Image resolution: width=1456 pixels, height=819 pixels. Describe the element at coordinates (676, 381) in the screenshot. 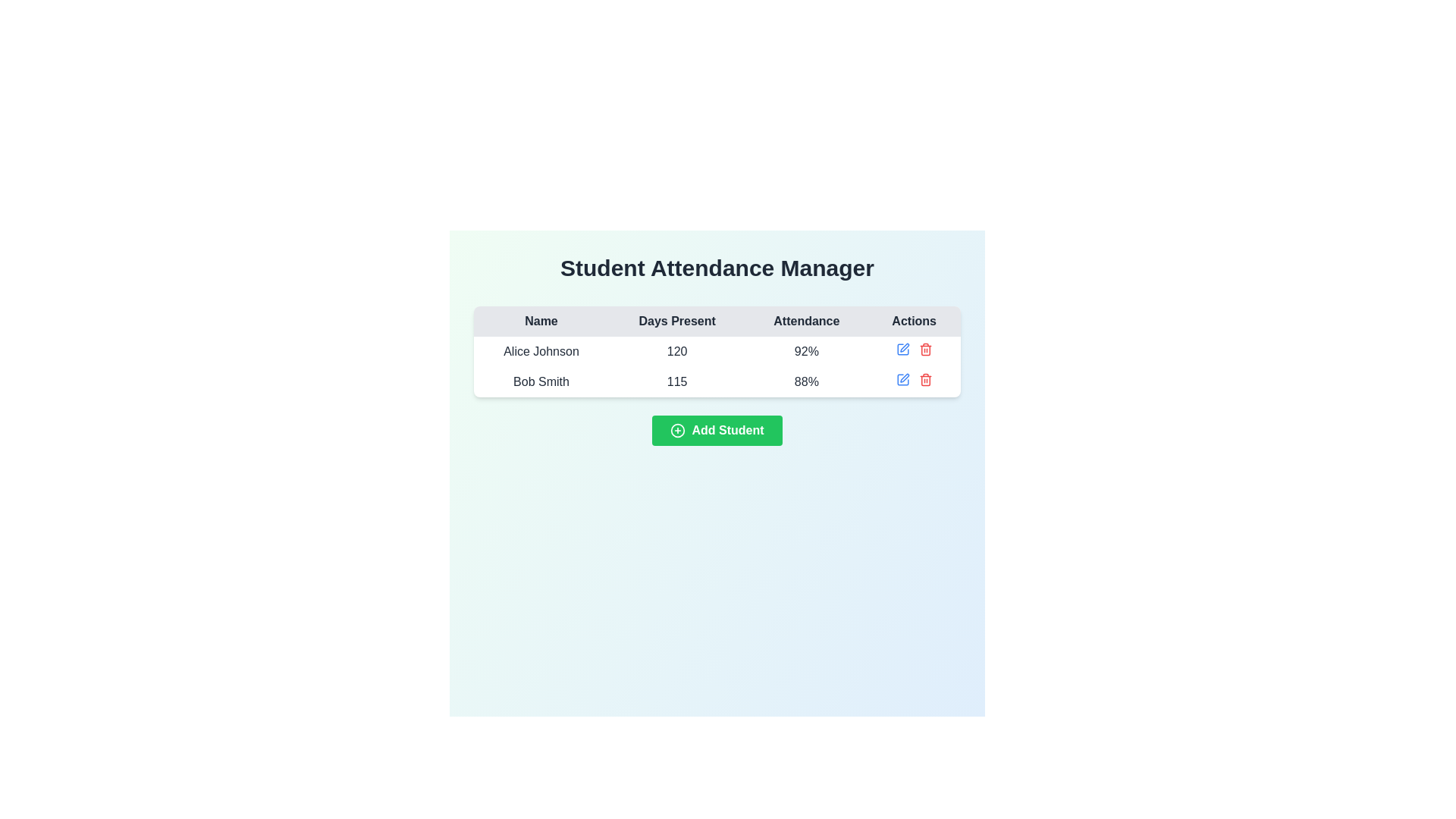

I see `the informational text label displaying the number of days Bob Smith has been present, located in the 'Days Present' column of the data table` at that location.